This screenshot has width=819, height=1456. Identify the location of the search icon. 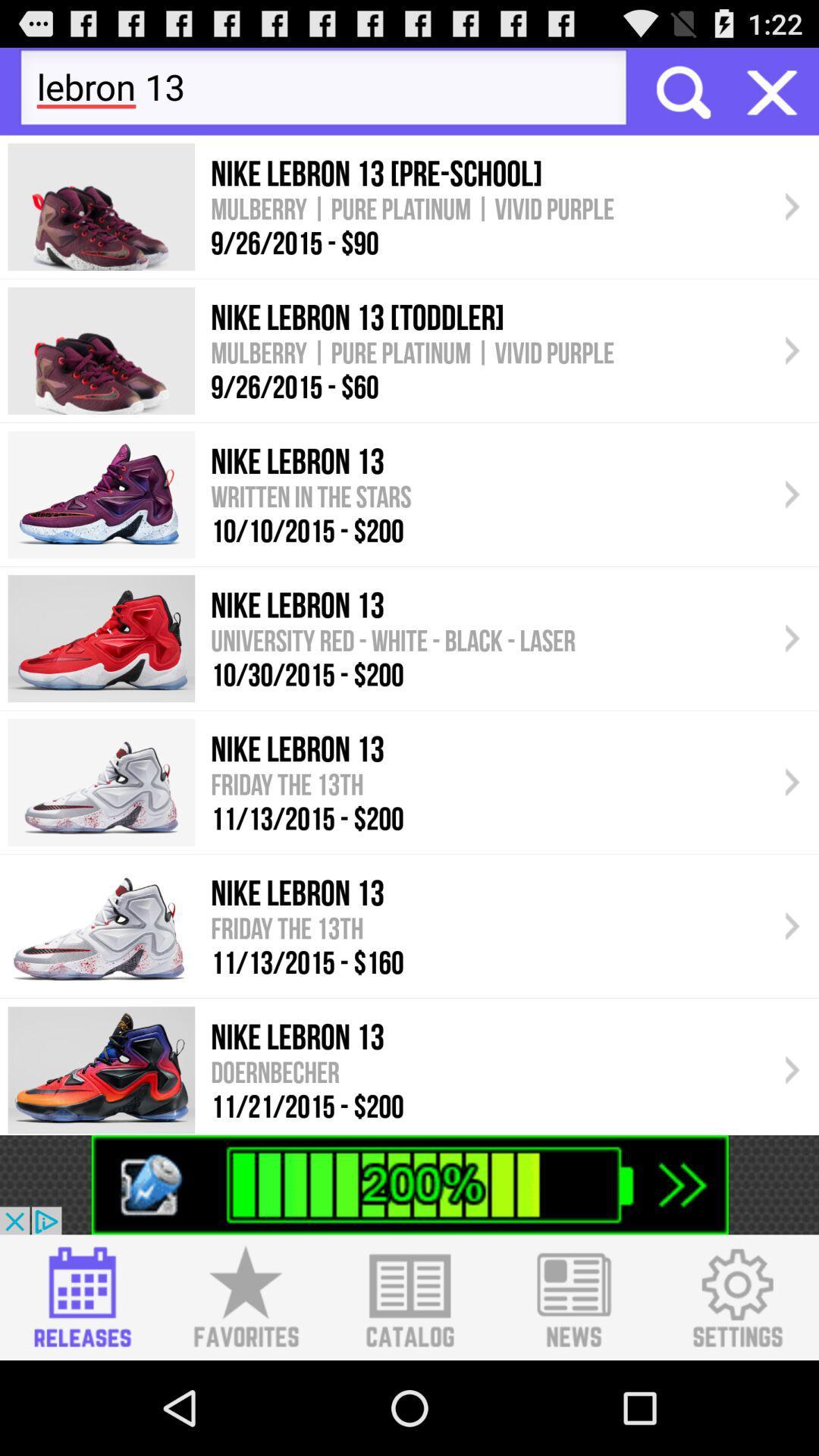
(681, 97).